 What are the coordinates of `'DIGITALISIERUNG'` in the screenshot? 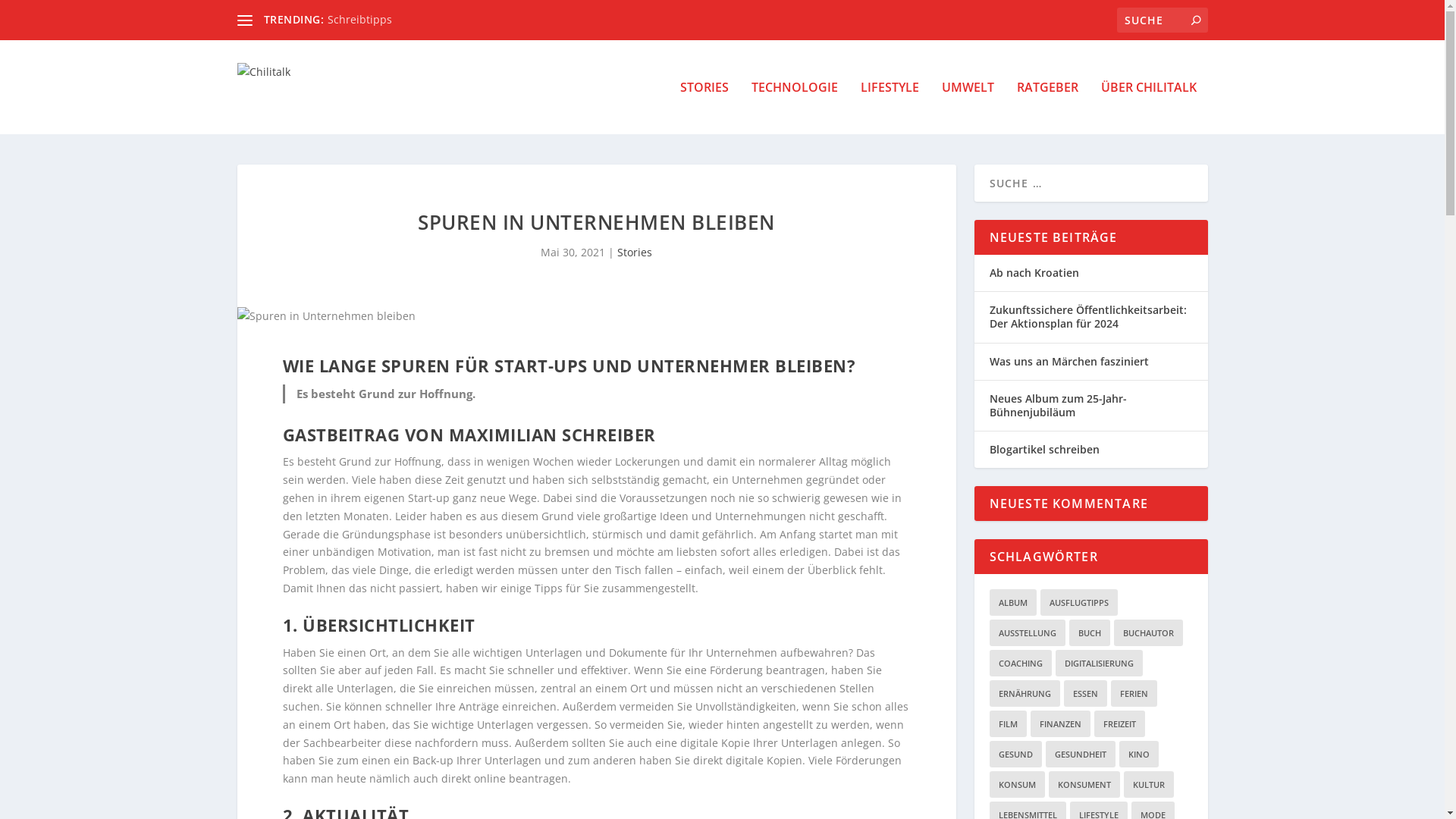 It's located at (1099, 662).